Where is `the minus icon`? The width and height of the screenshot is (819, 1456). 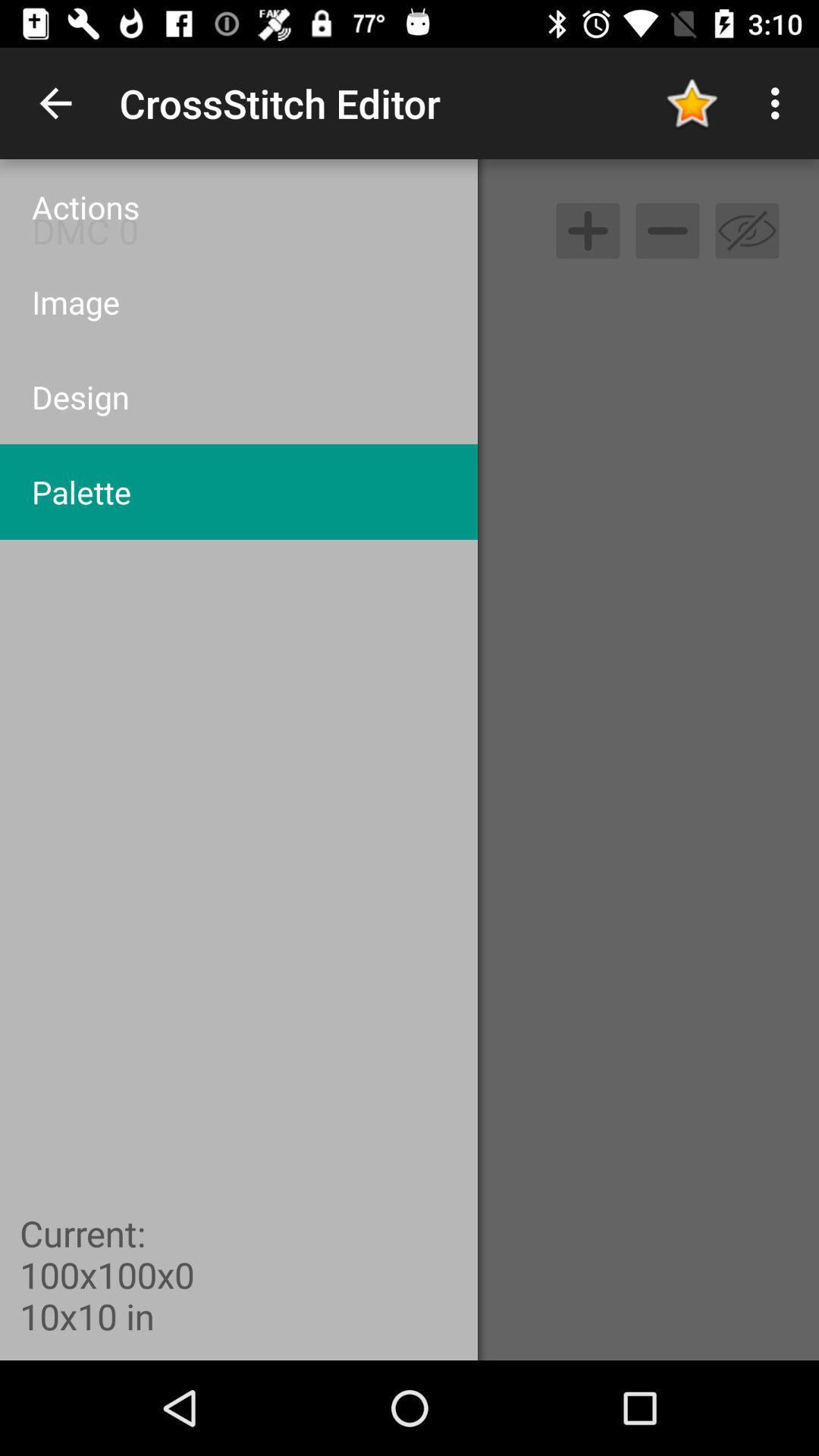 the minus icon is located at coordinates (667, 230).